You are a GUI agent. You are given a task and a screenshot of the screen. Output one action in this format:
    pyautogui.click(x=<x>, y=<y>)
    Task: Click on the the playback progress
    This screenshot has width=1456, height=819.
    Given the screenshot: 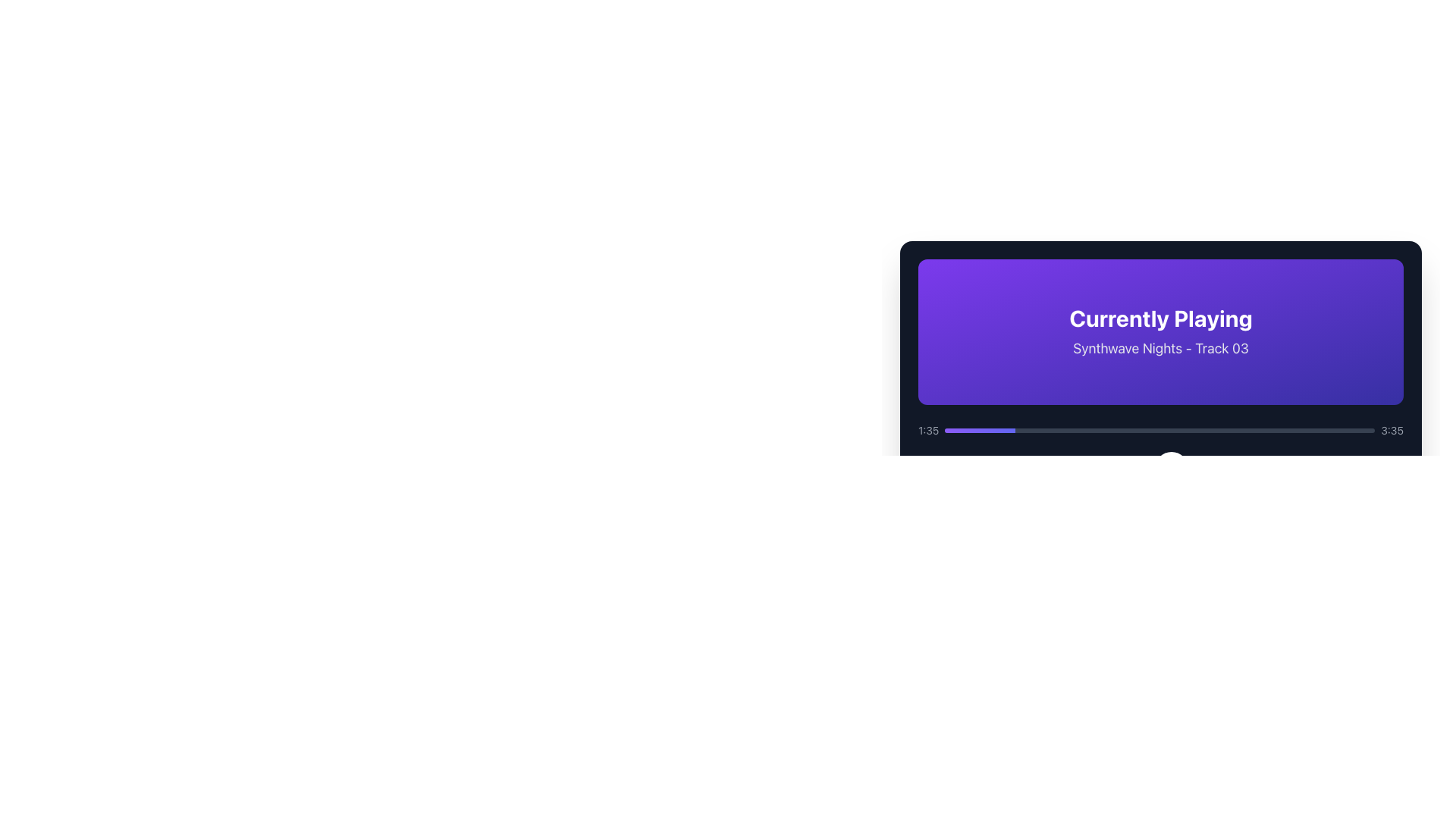 What is the action you would take?
    pyautogui.click(x=1257, y=430)
    